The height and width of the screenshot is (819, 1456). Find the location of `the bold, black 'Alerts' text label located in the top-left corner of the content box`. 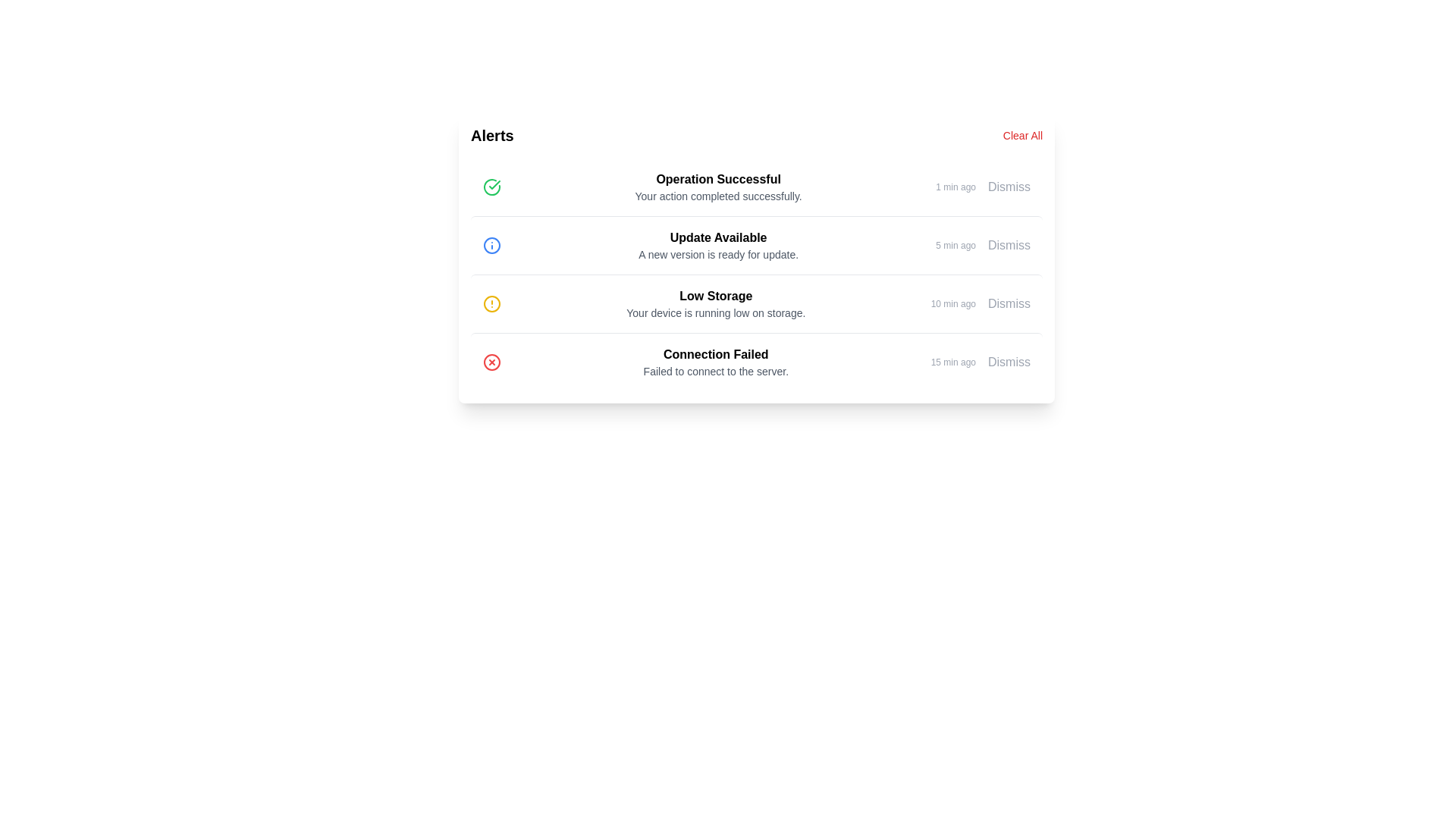

the bold, black 'Alerts' text label located in the top-left corner of the content box is located at coordinates (492, 134).